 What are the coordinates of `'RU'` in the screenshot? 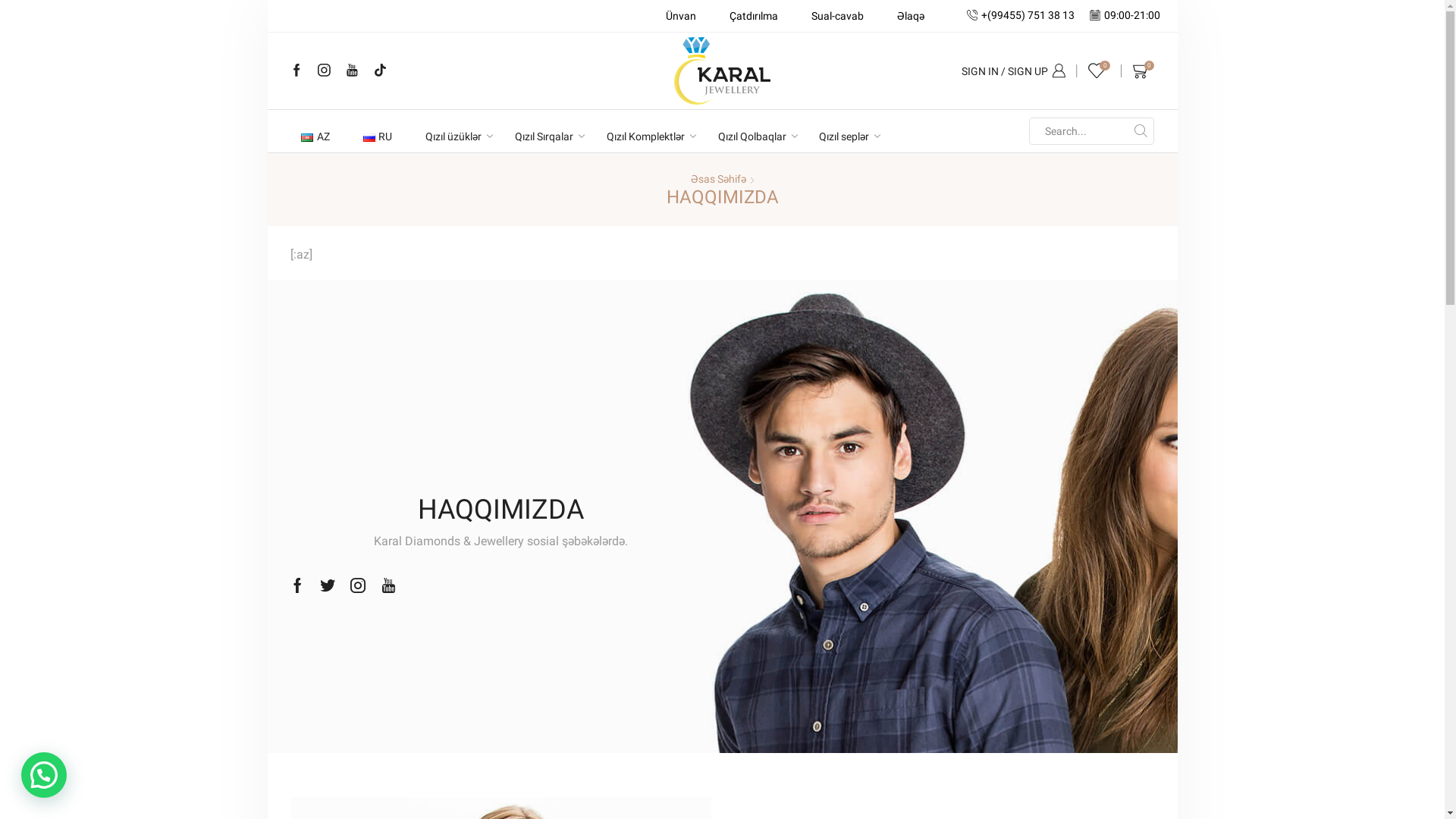 It's located at (378, 137).